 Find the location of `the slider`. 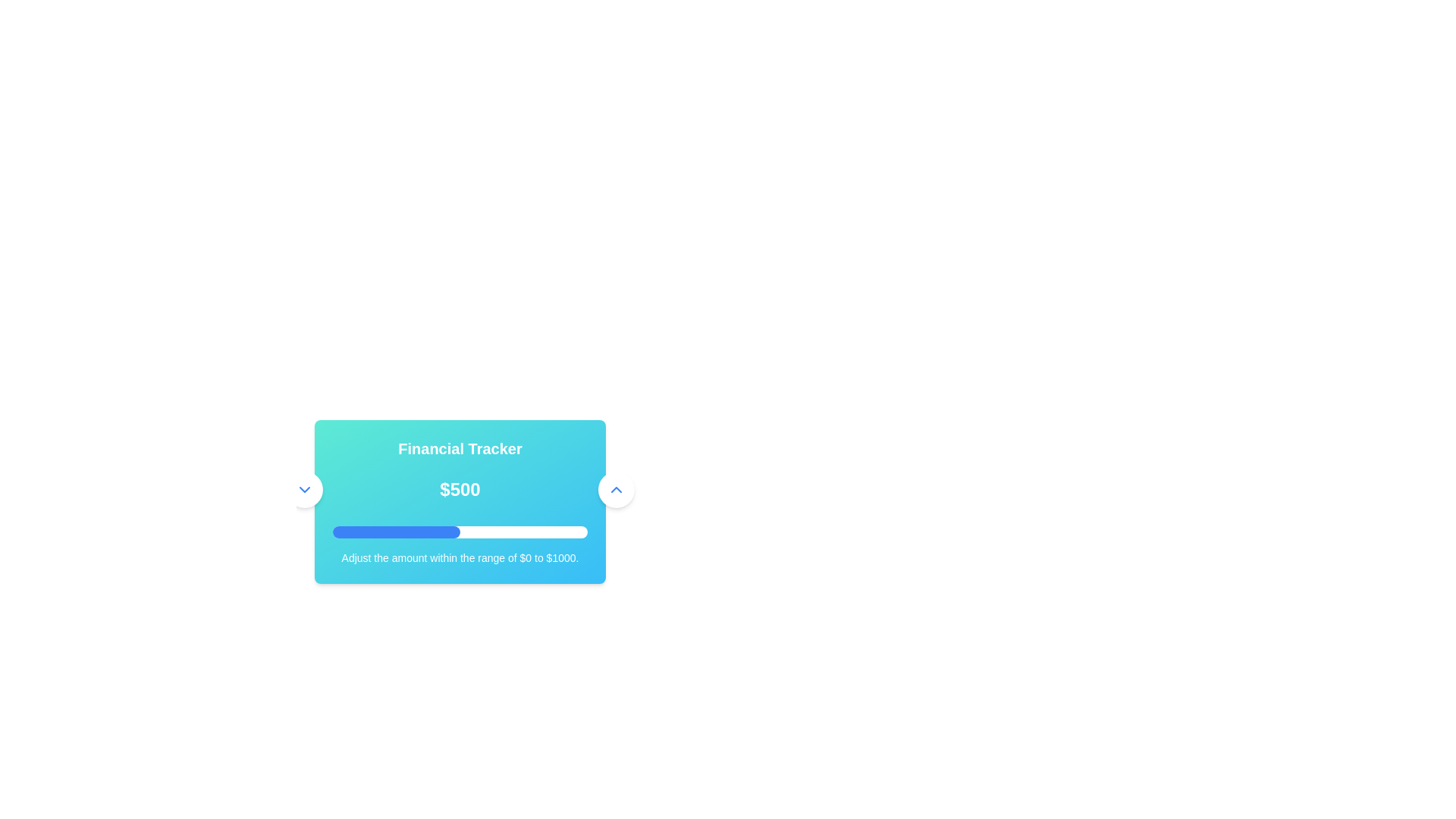

the slider is located at coordinates (426, 532).